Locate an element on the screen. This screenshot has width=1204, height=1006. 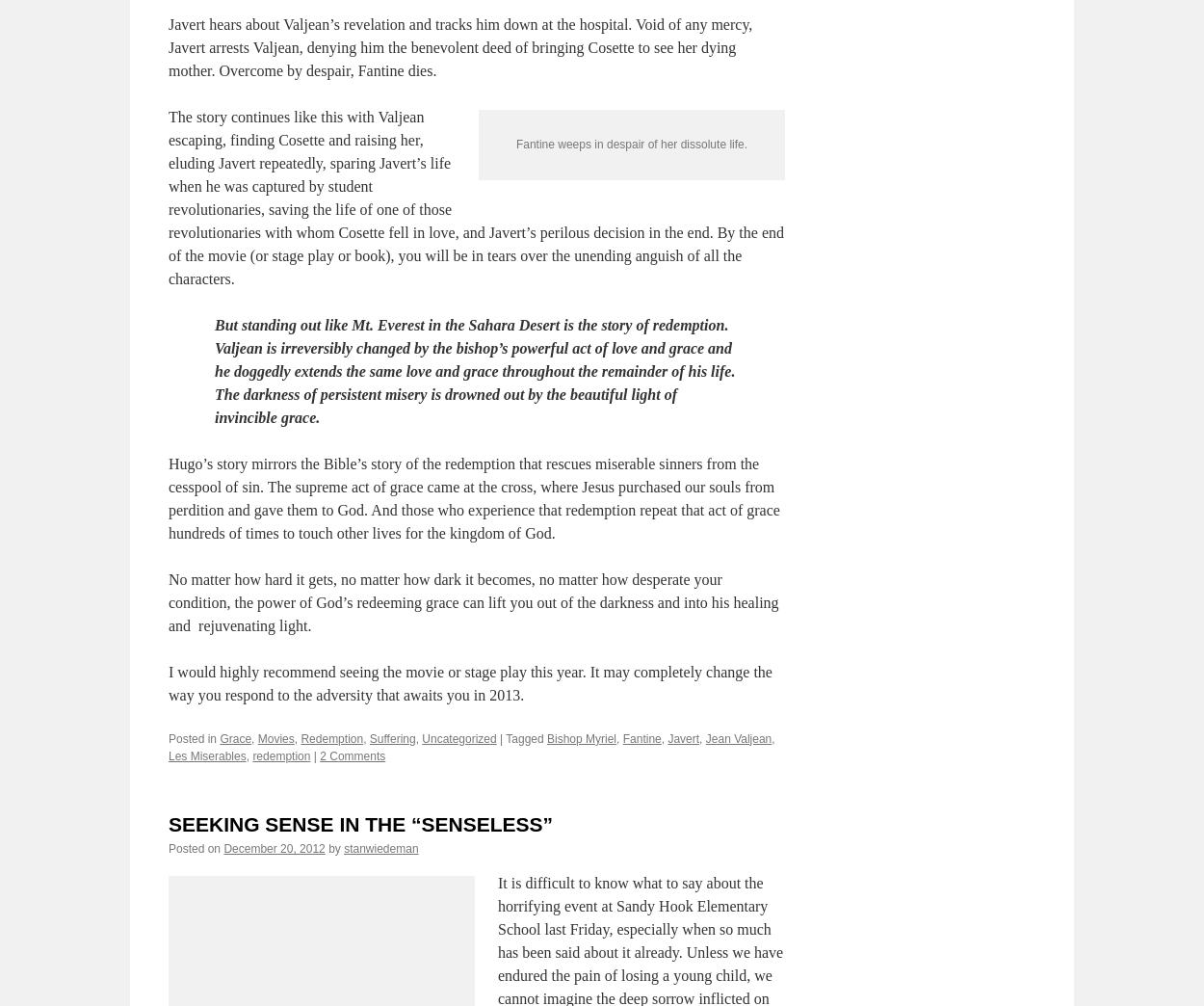
'Bishop Myriel' is located at coordinates (581, 831).